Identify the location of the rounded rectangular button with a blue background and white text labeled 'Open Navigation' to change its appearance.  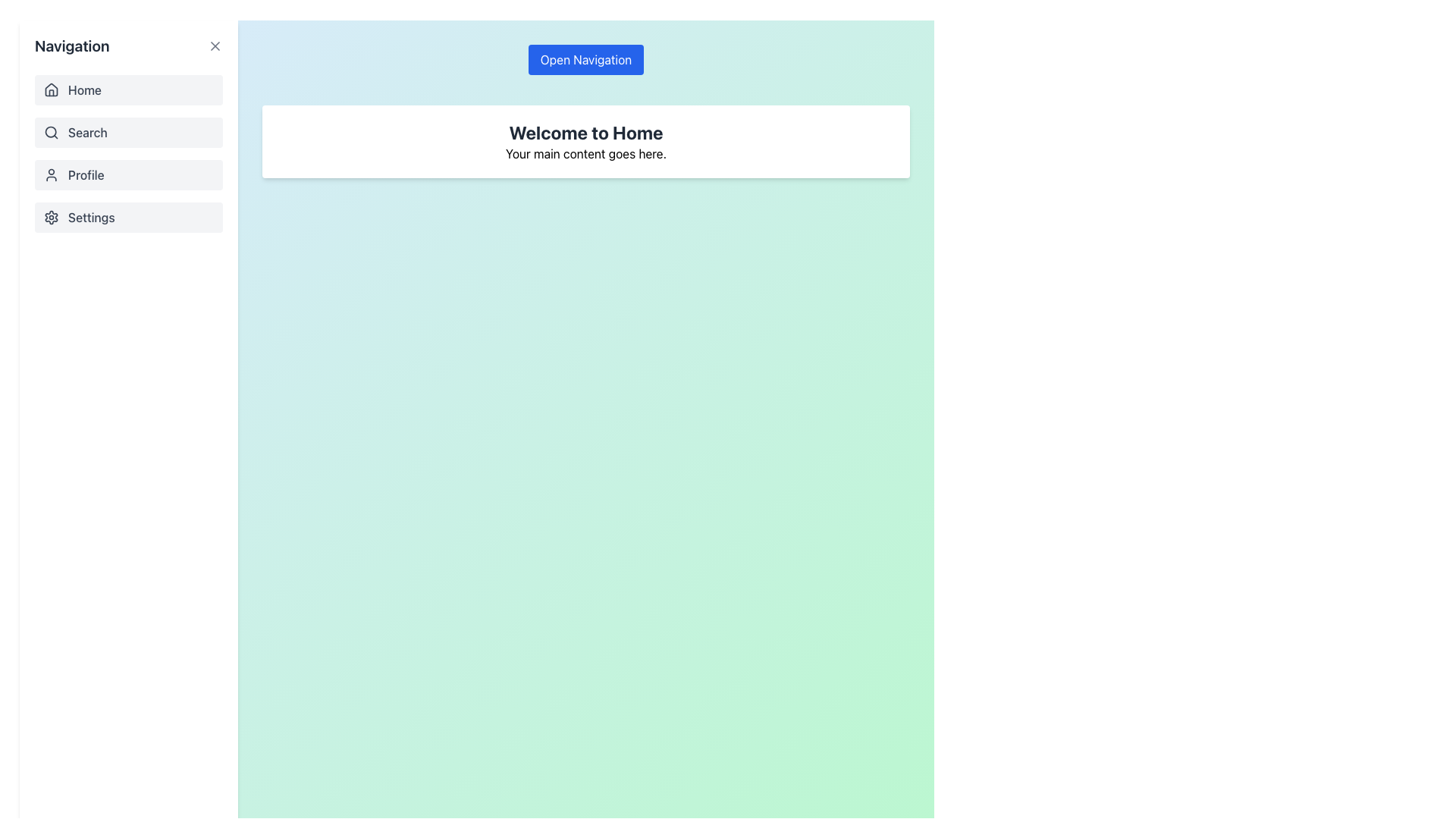
(585, 58).